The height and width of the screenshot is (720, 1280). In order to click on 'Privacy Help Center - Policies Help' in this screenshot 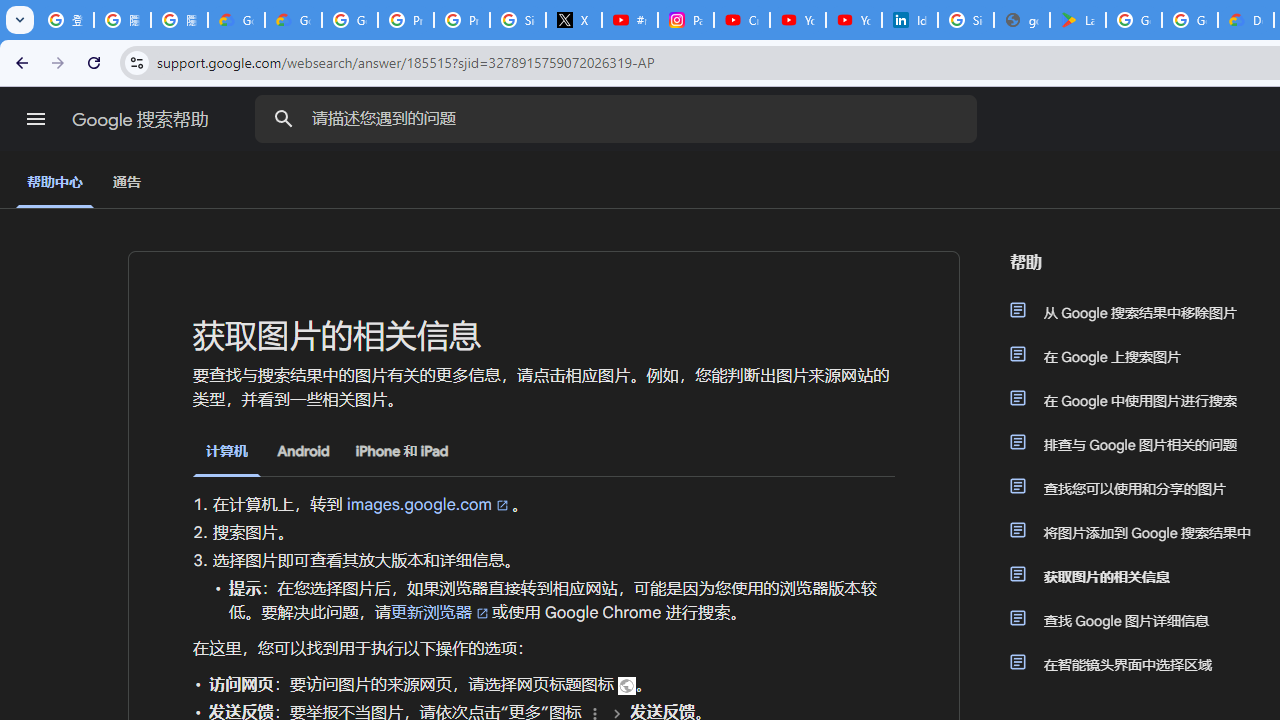, I will do `click(404, 20)`.